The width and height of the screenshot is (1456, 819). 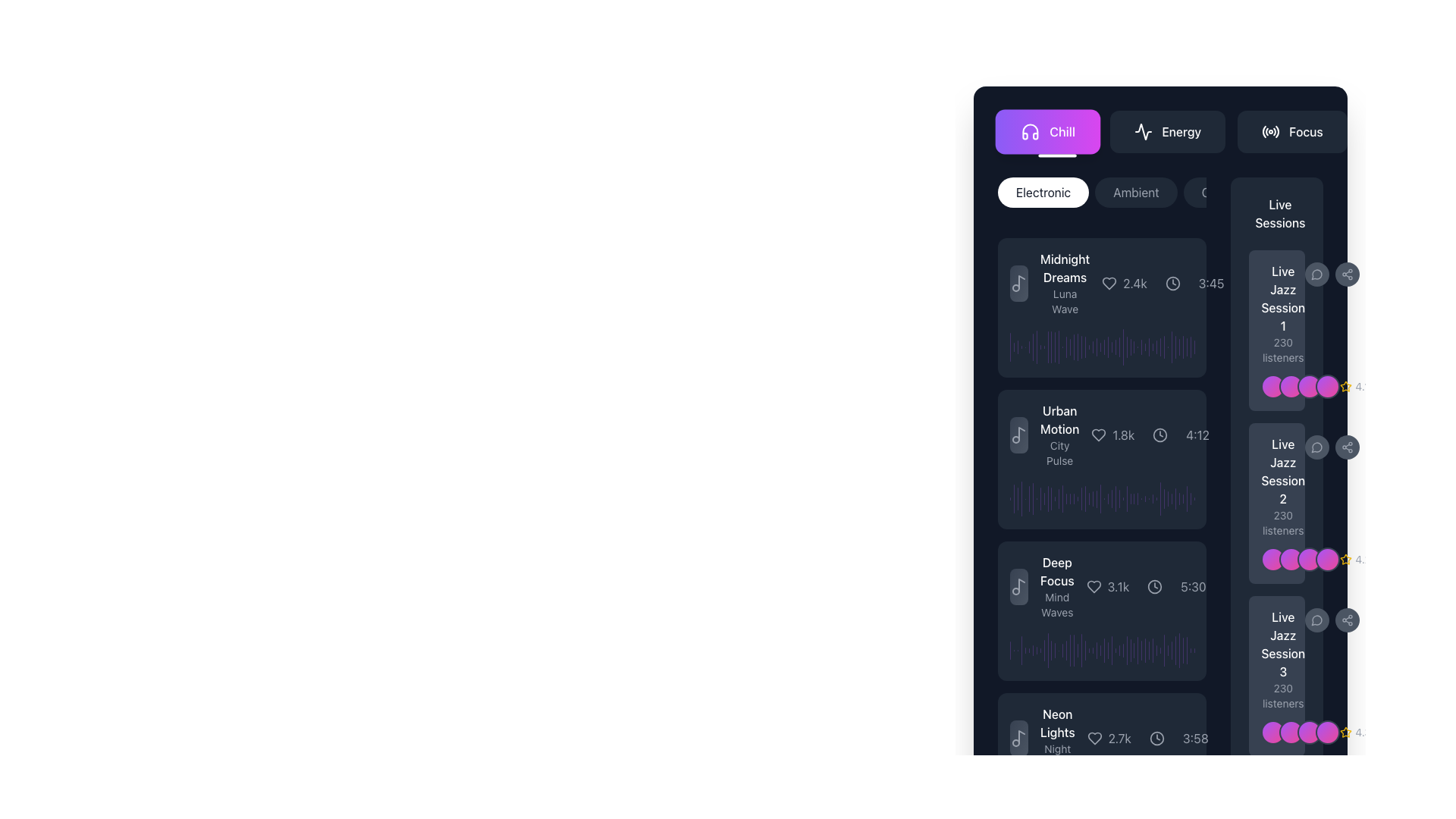 I want to click on the fourth circular icon representing an additional participant in the 'Live Jazz Session 3' card located at the bottom-right, so click(x=1327, y=731).